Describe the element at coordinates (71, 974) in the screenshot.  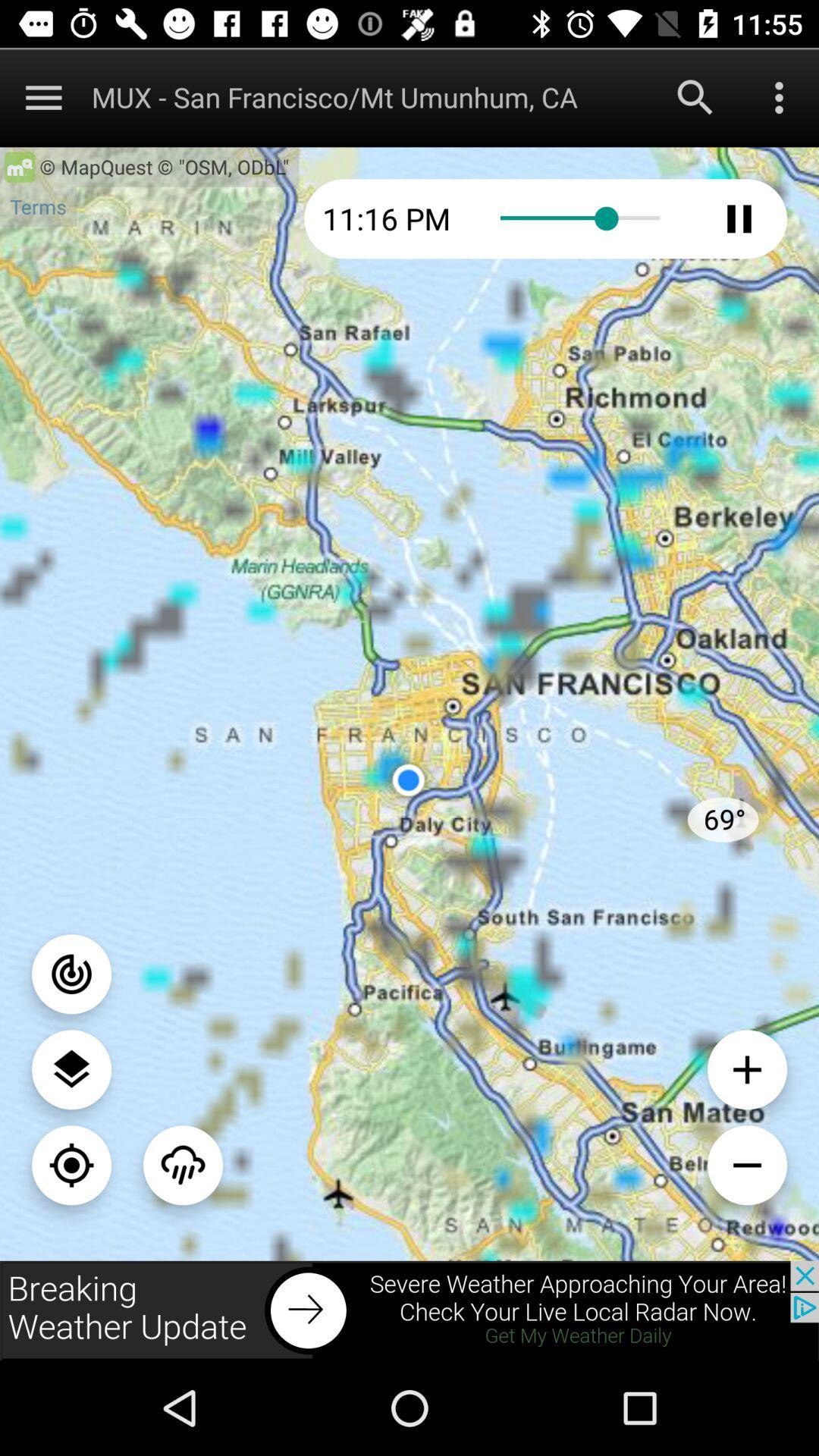
I see `switch off the button` at that location.